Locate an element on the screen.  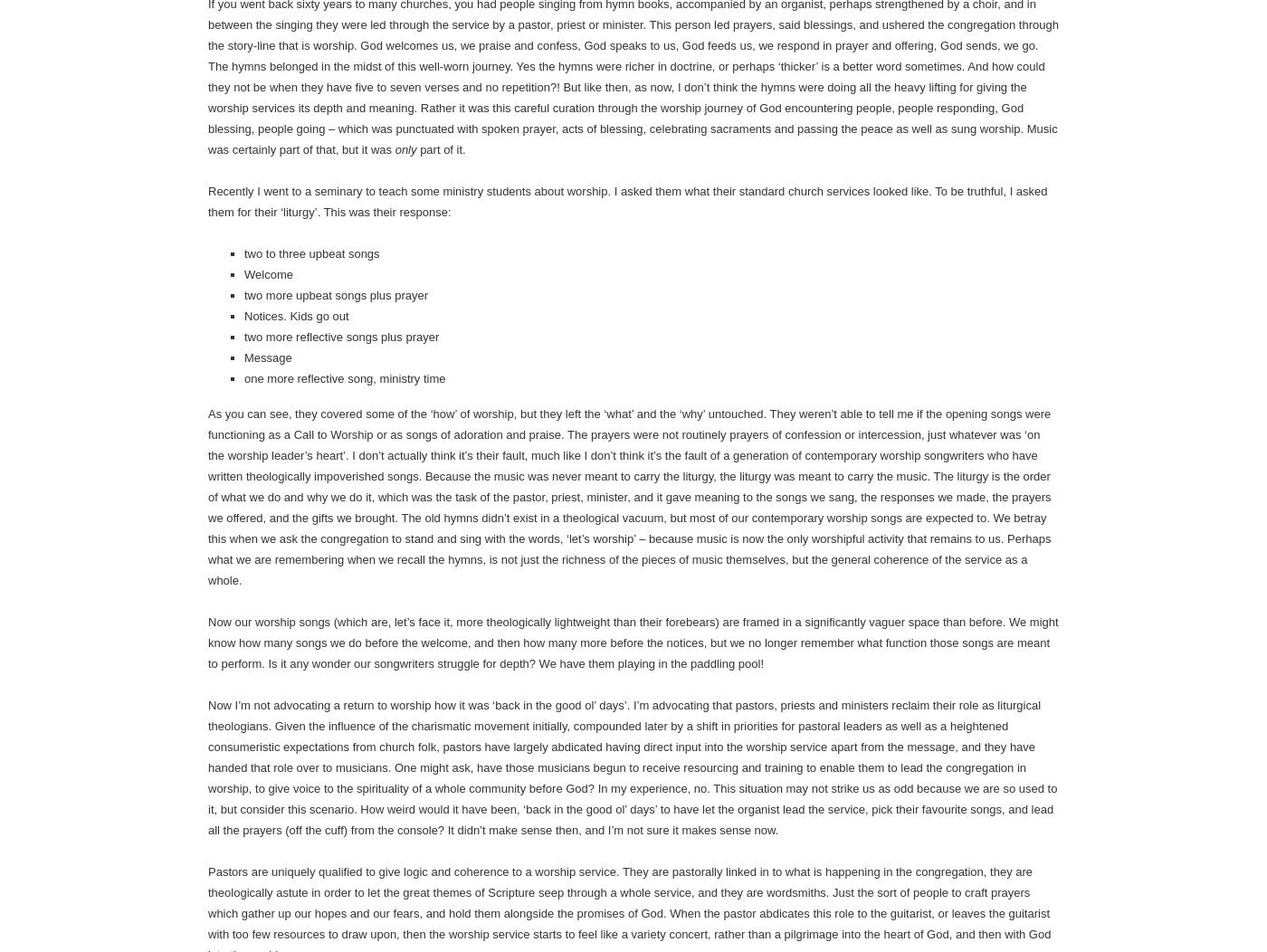
'Now our worship songs (which are, let’s face it, more theologically lightweight than their forebears) are framed in a significantly vaguer space than before. We might know how many songs we do before the welcome, and then how many more before the notices, but we no longer remember what function those songs are meant to perform. Is it any wonder our songwriters struggle for depth? We have them playing in the paddling pool!' is located at coordinates (633, 643).